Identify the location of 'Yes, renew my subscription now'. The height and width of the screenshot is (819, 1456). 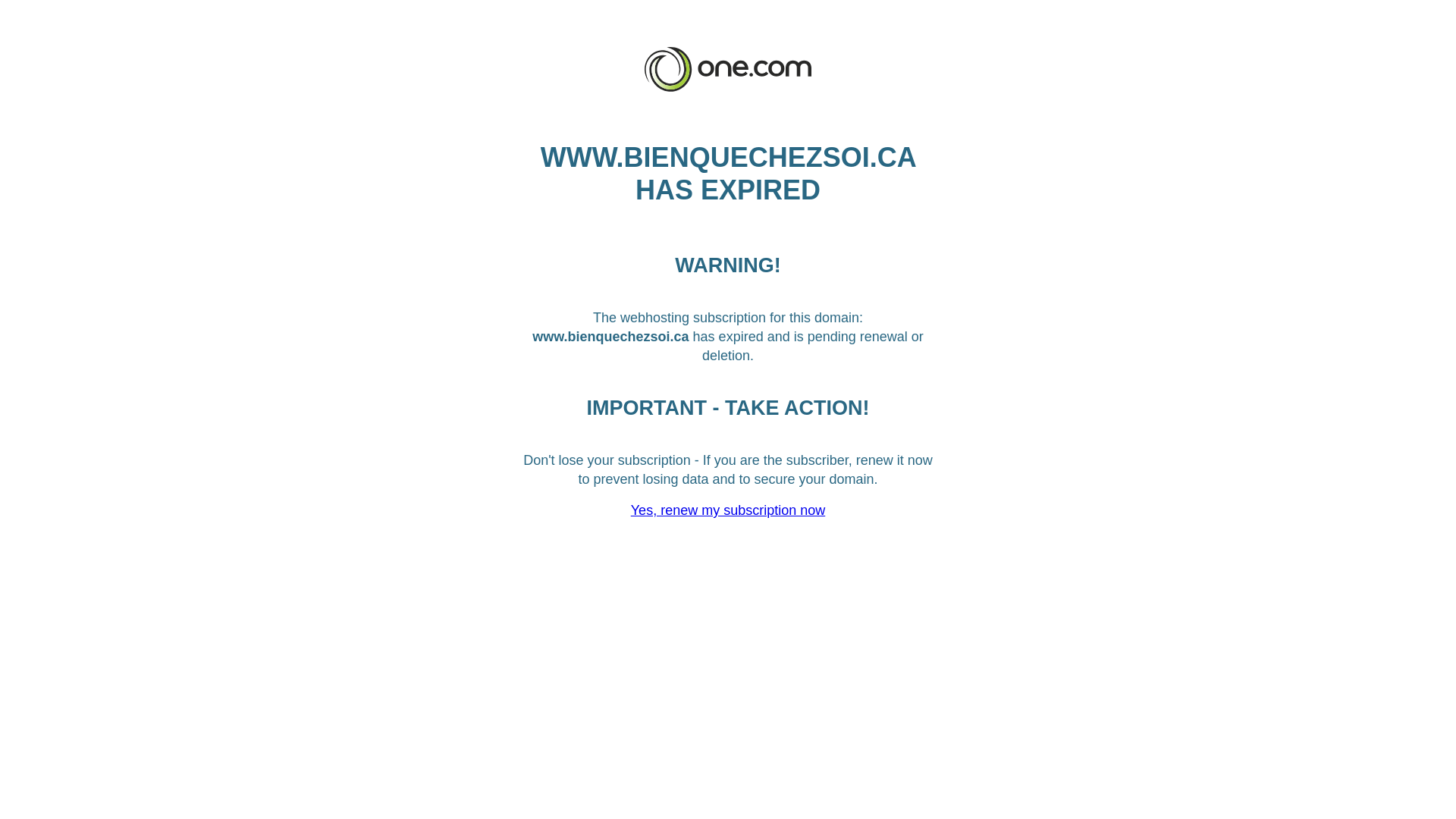
(728, 510).